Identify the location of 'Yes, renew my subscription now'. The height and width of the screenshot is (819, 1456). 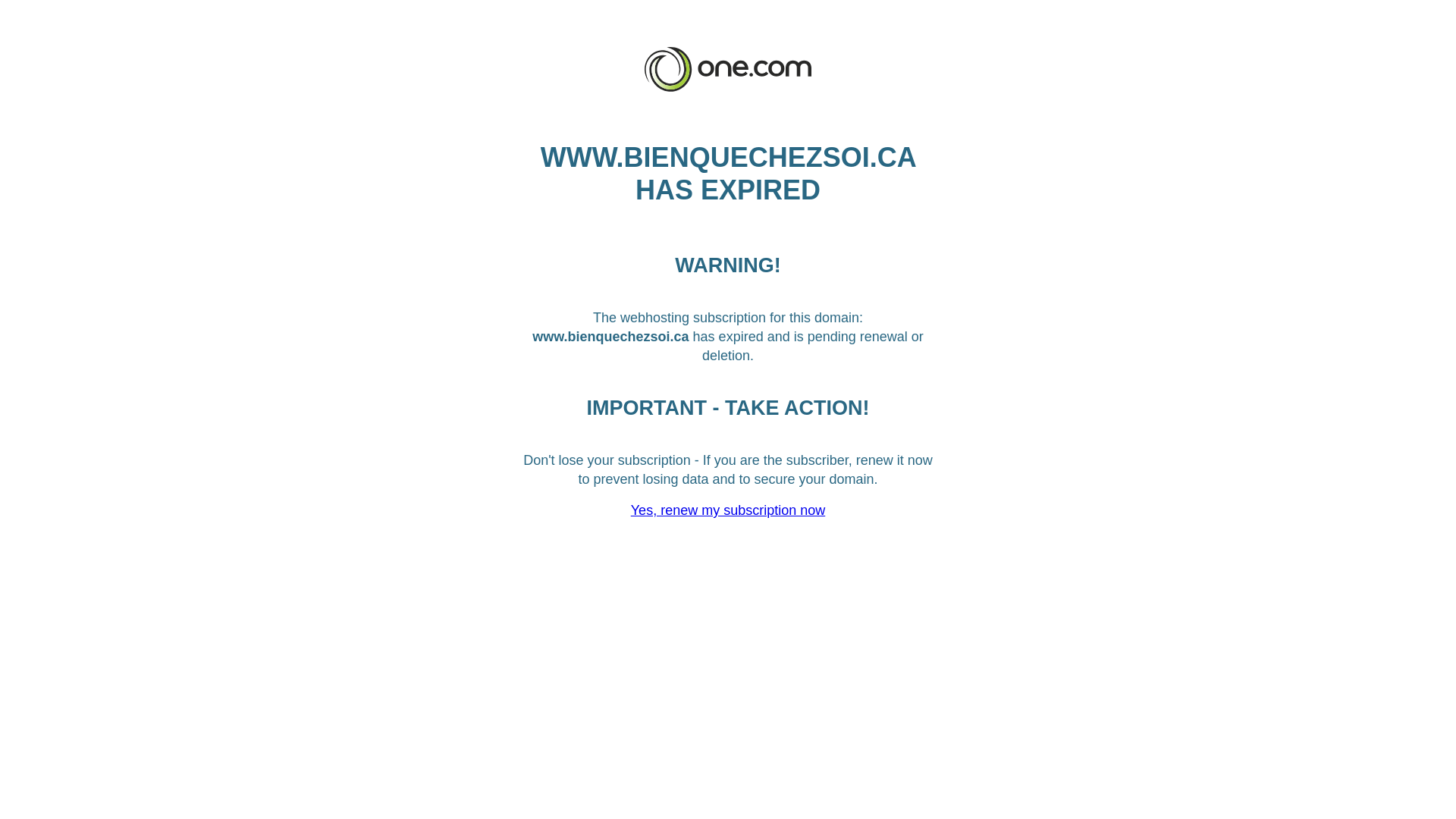
(728, 510).